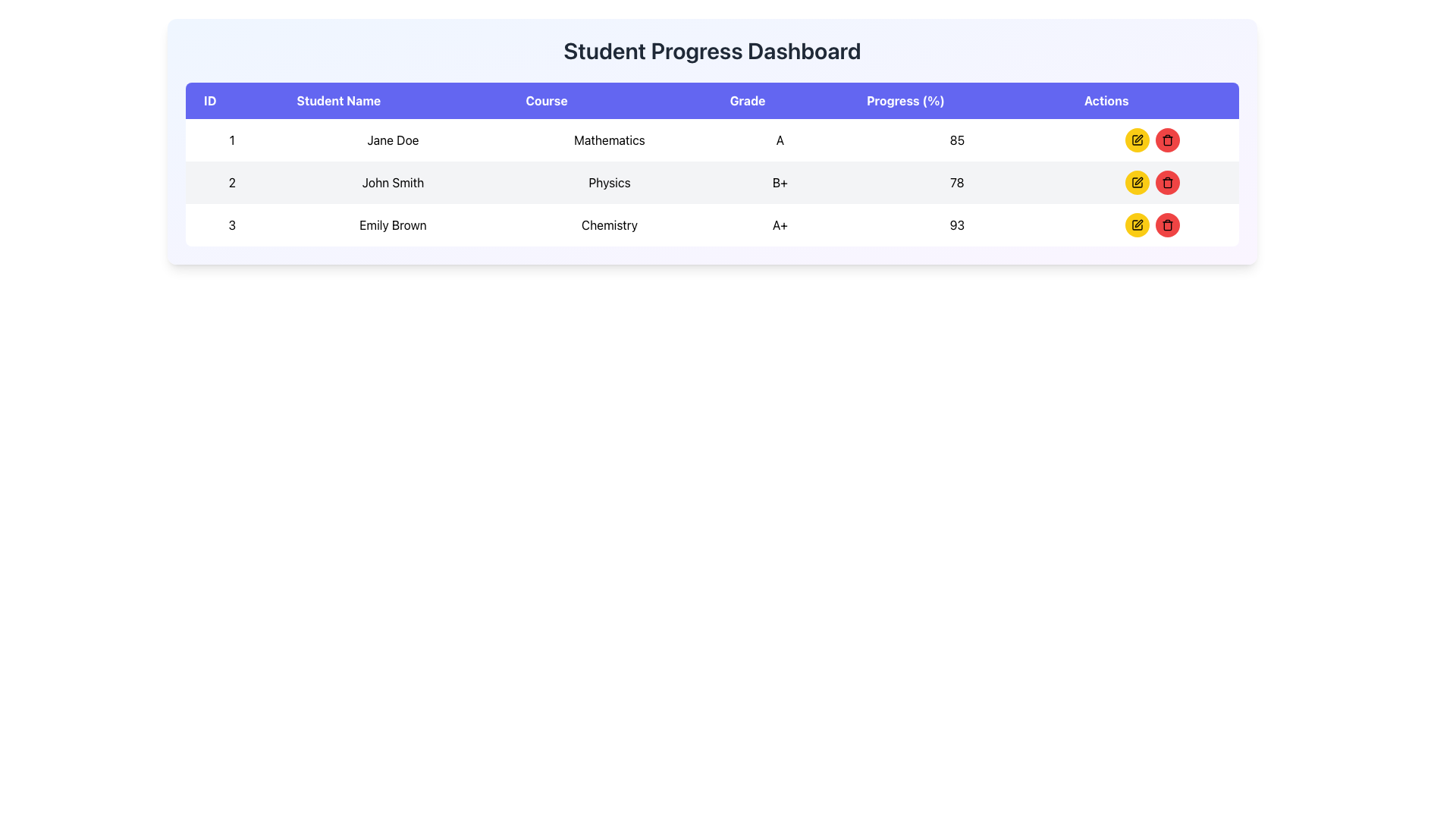 The height and width of the screenshot is (819, 1456). I want to click on the delete icon within the red circular button in the Actions column of the third row, so click(1166, 140).